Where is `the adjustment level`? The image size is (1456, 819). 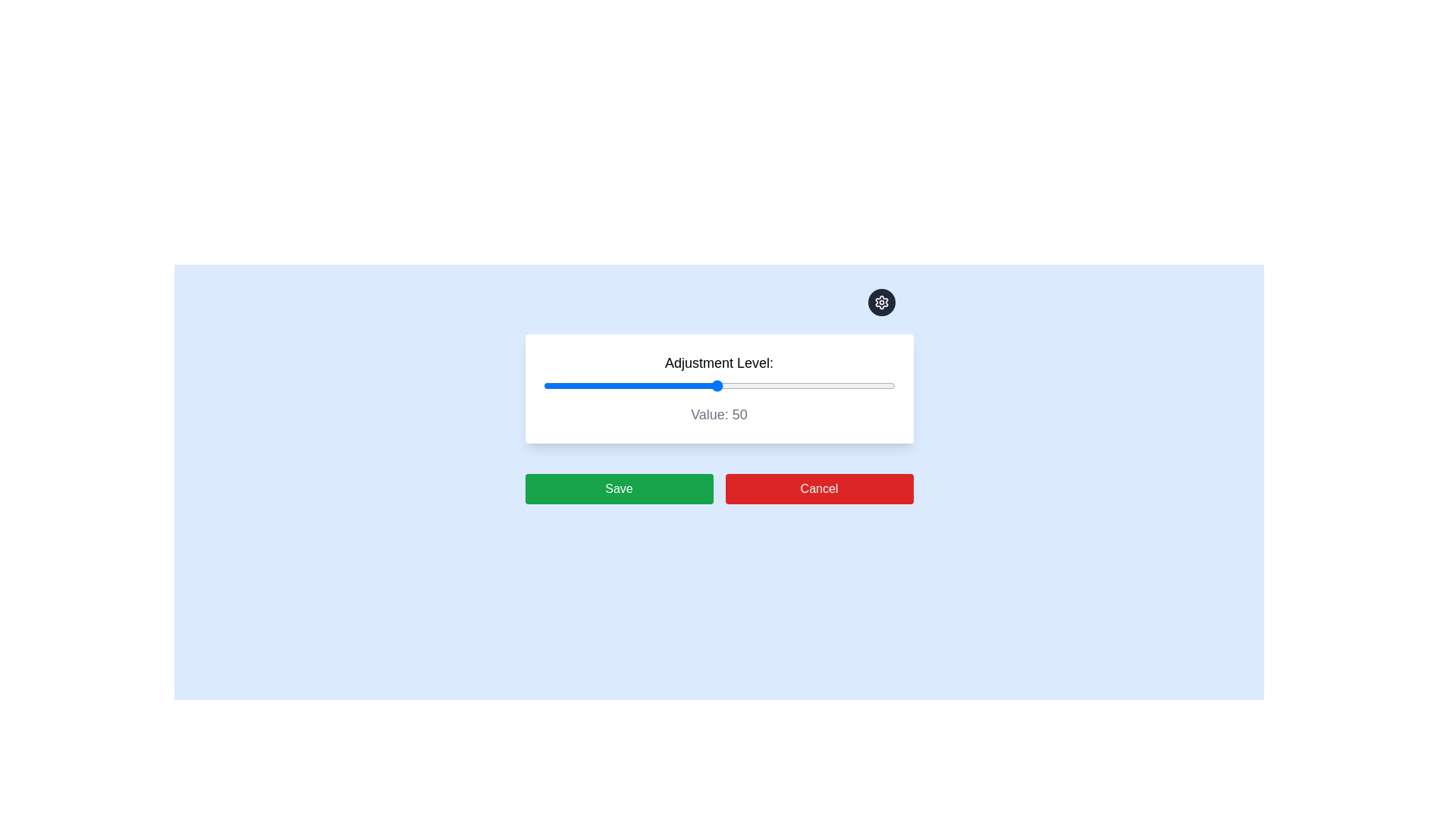 the adjustment level is located at coordinates (553, 385).